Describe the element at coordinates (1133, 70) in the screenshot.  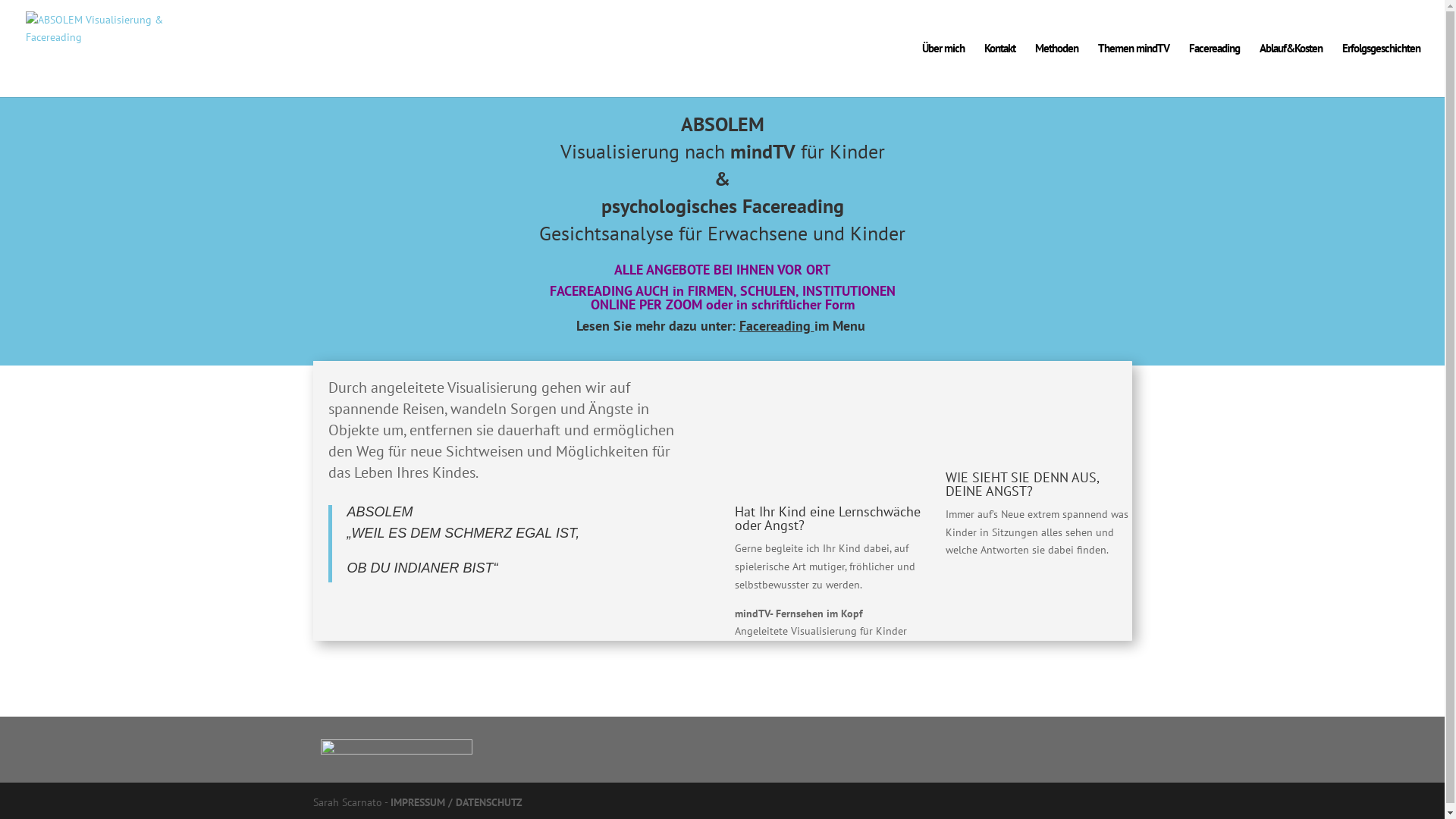
I see `'Themen mindTV'` at that location.